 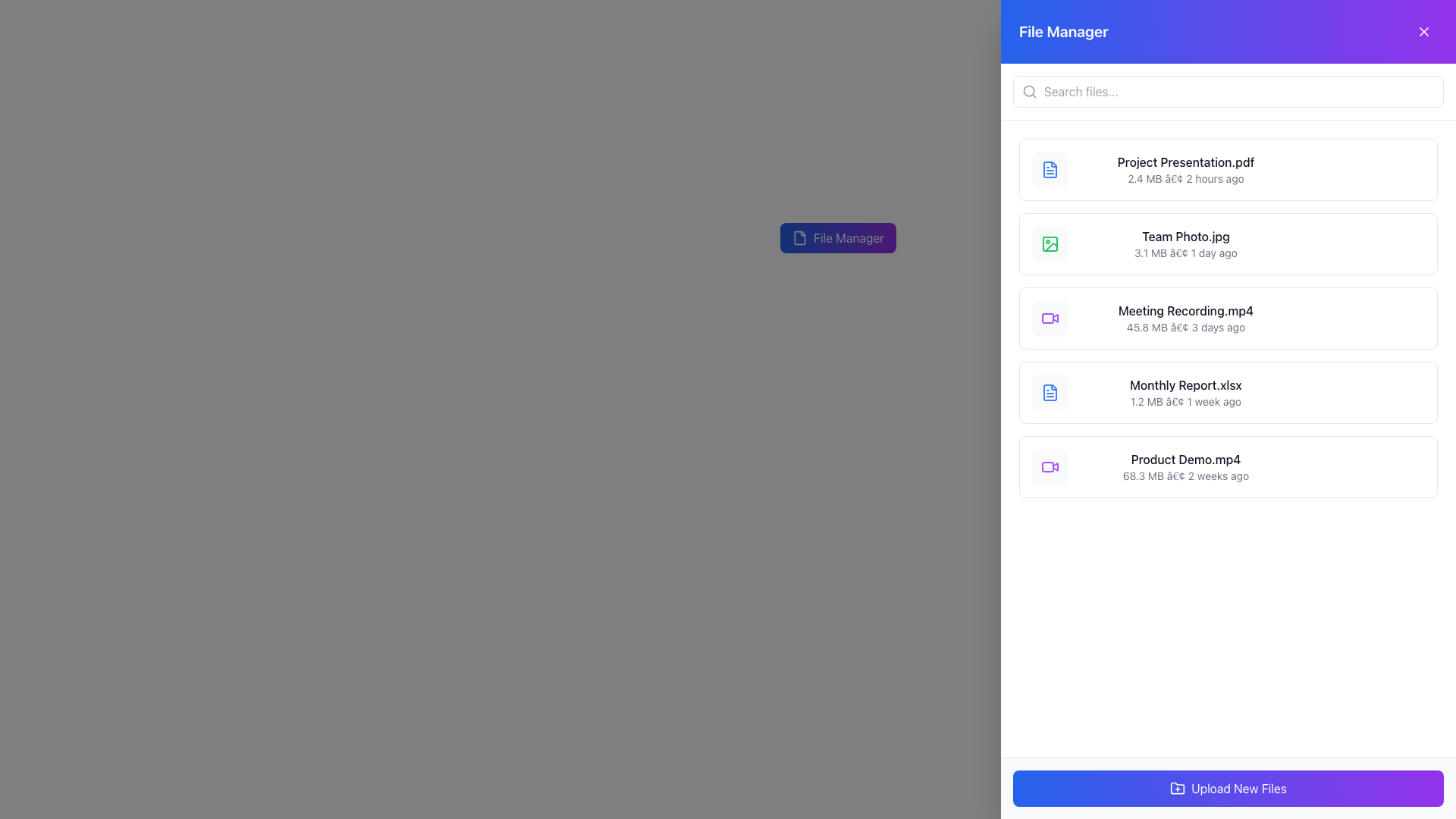 What do you see at coordinates (1030, 91) in the screenshot?
I see `the search icon located on the left side of the search input field` at bounding box center [1030, 91].